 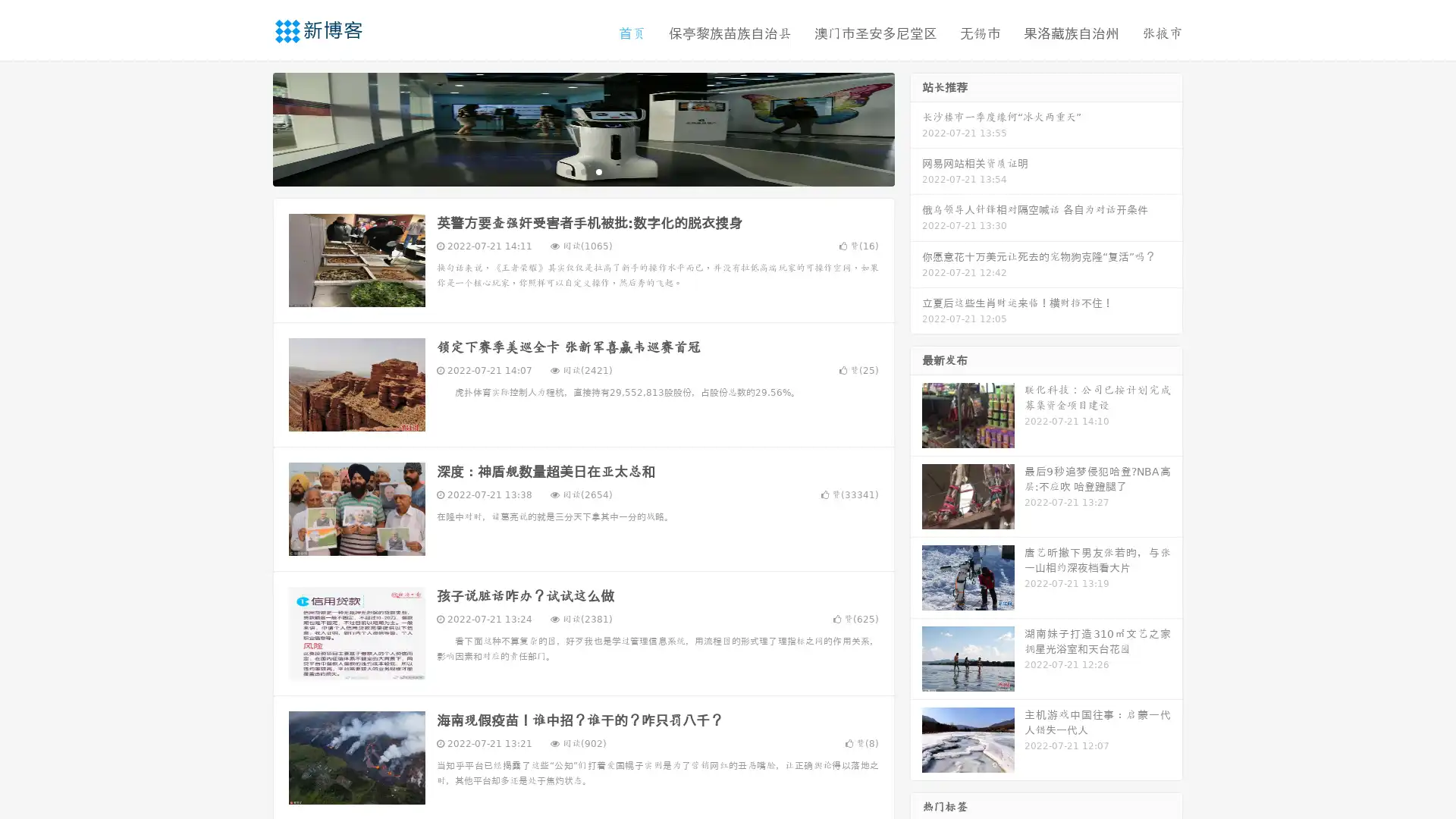 What do you see at coordinates (598, 171) in the screenshot?
I see `Go to slide 3` at bounding box center [598, 171].